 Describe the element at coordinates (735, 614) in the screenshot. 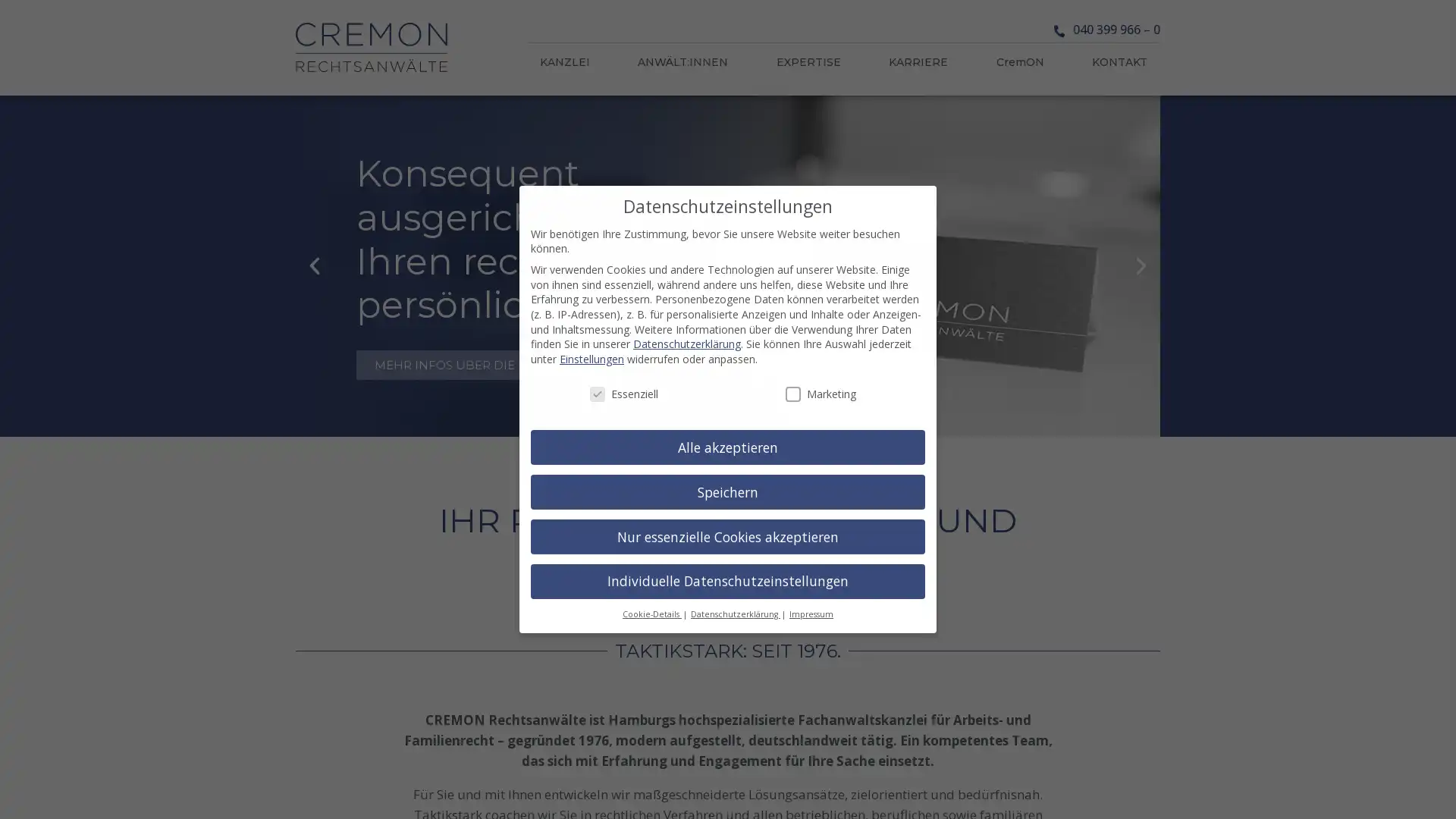

I see `Datenschutzerklarung` at that location.